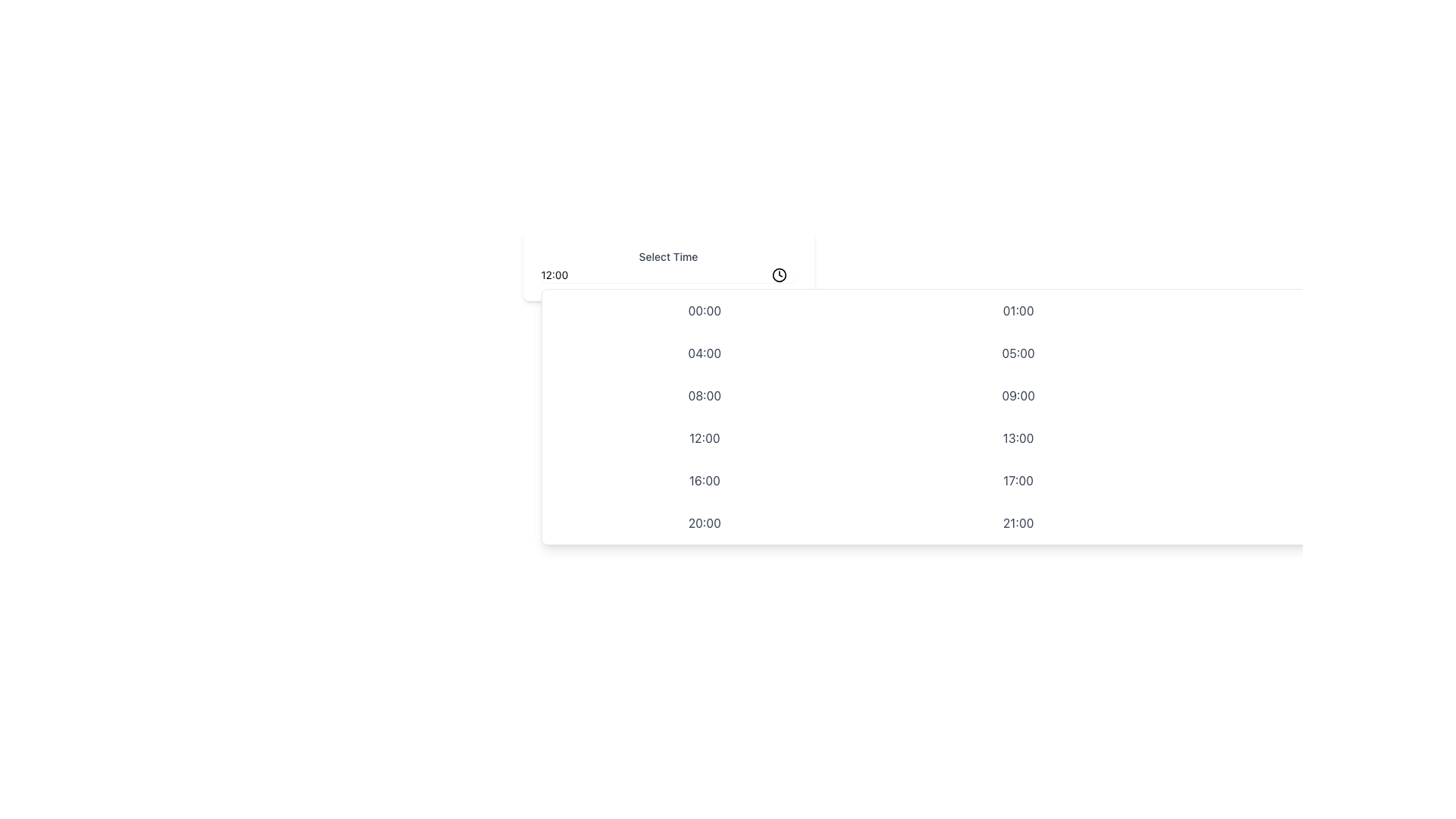  Describe the element at coordinates (779, 275) in the screenshot. I see `the clock icon button located in the upper-right corner of the 'Select Time' input field` at that location.